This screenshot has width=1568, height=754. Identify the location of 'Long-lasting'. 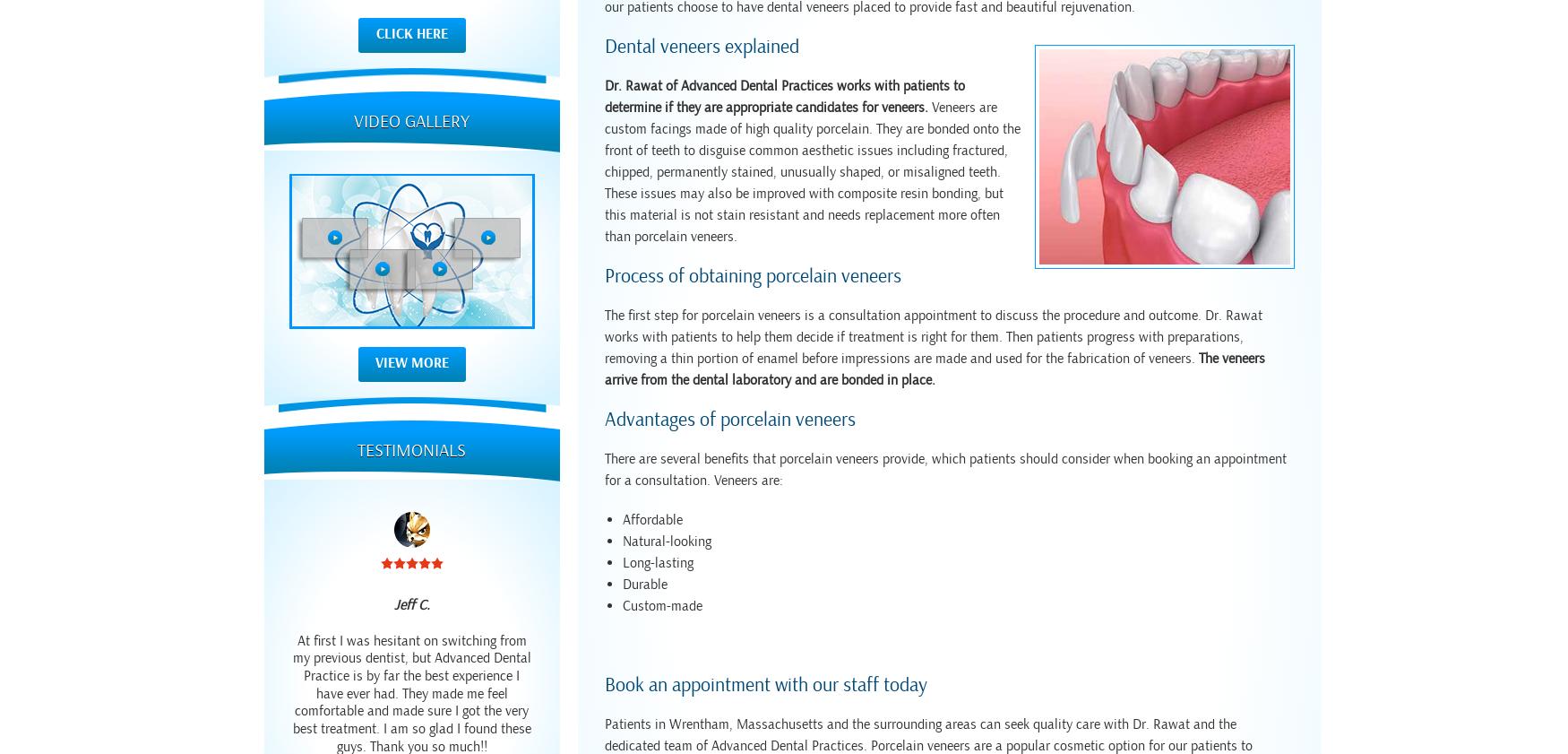
(622, 562).